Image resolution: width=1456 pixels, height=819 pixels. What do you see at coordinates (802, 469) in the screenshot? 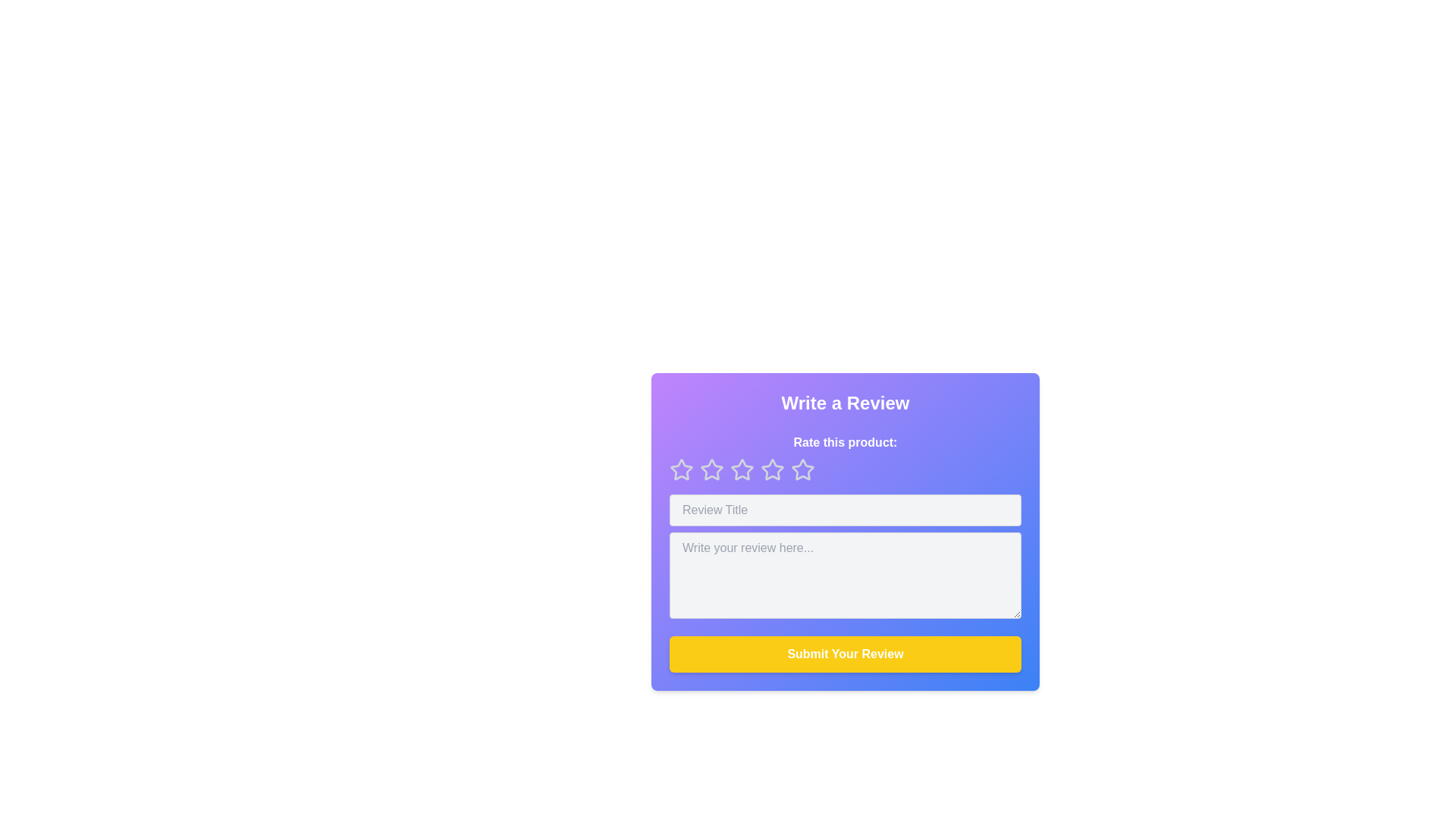
I see `the fourth star icon in the row of rating icons` at bounding box center [802, 469].